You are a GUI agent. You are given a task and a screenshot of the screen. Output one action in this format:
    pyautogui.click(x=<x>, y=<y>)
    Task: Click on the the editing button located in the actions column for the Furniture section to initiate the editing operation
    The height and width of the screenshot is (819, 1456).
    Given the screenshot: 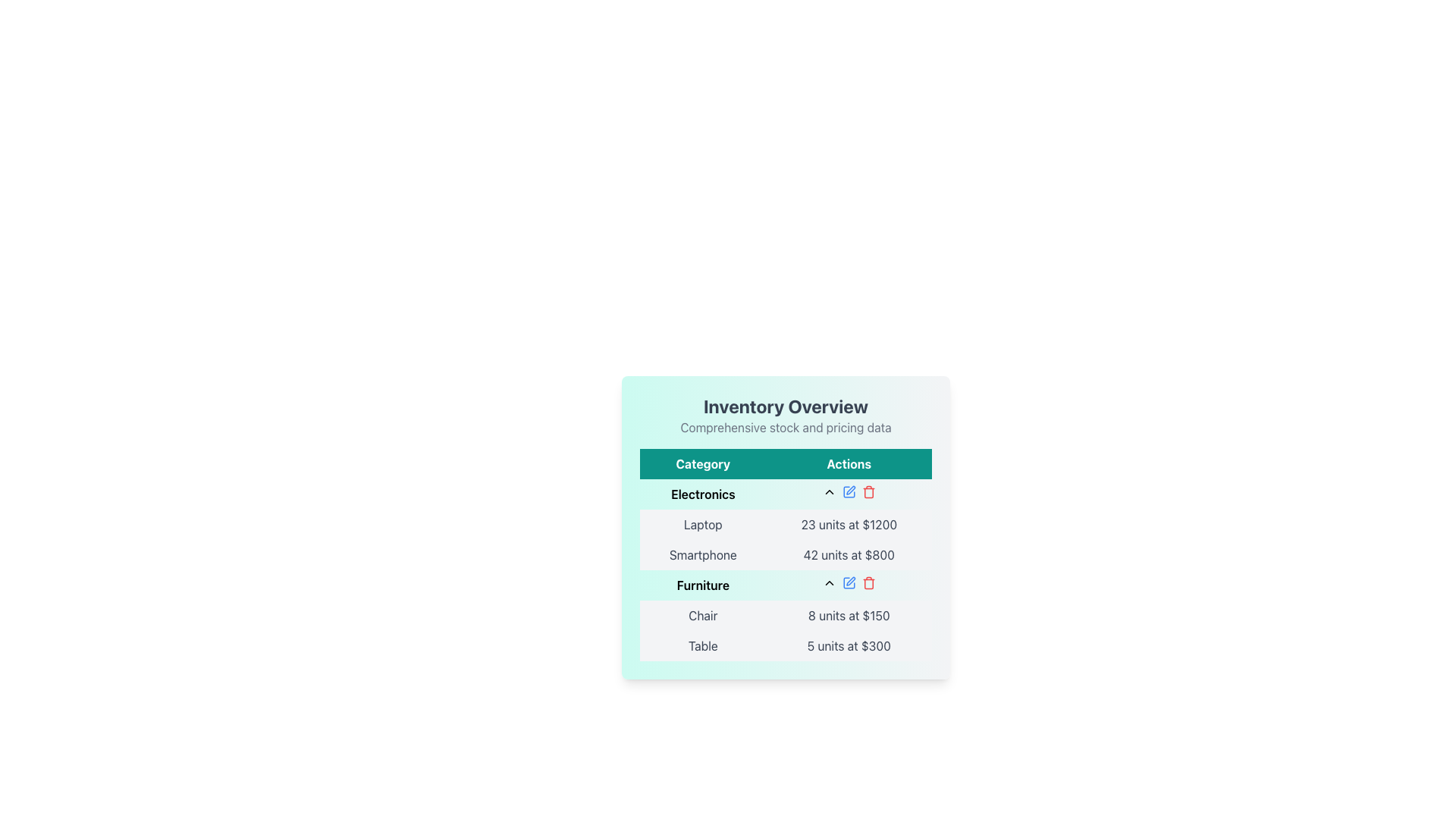 What is the action you would take?
    pyautogui.click(x=848, y=582)
    